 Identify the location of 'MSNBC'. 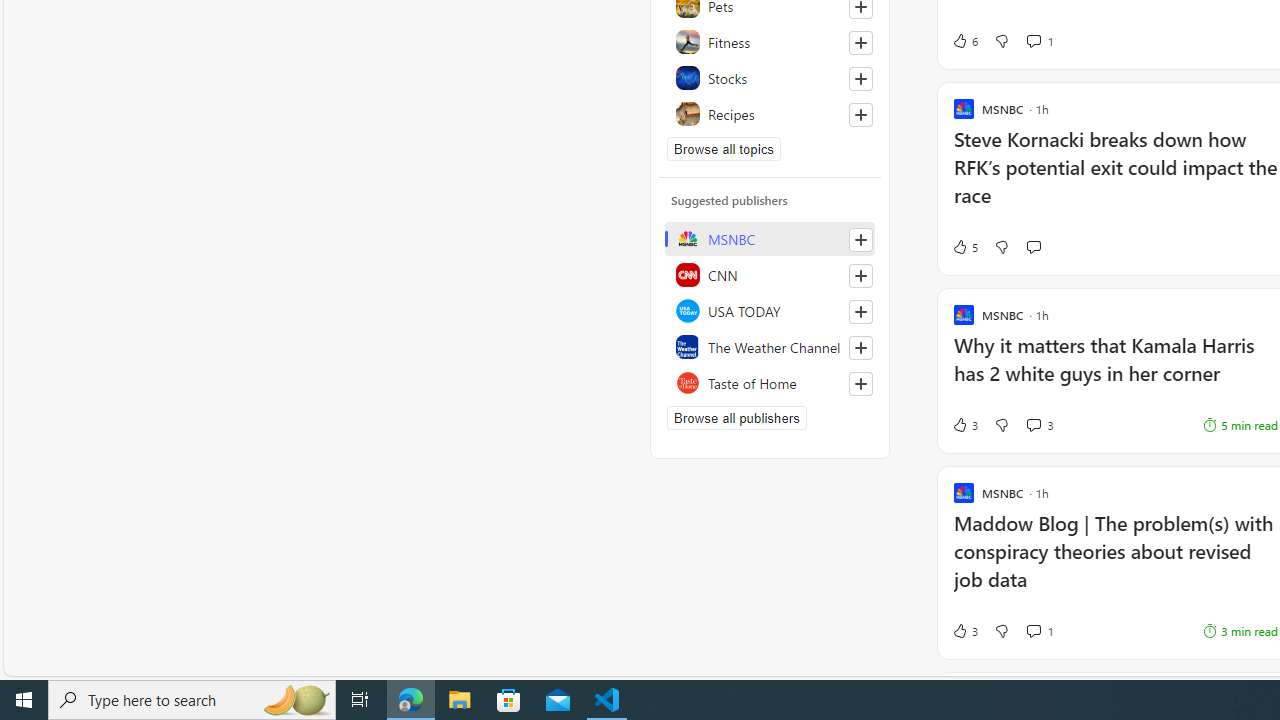
(769, 238).